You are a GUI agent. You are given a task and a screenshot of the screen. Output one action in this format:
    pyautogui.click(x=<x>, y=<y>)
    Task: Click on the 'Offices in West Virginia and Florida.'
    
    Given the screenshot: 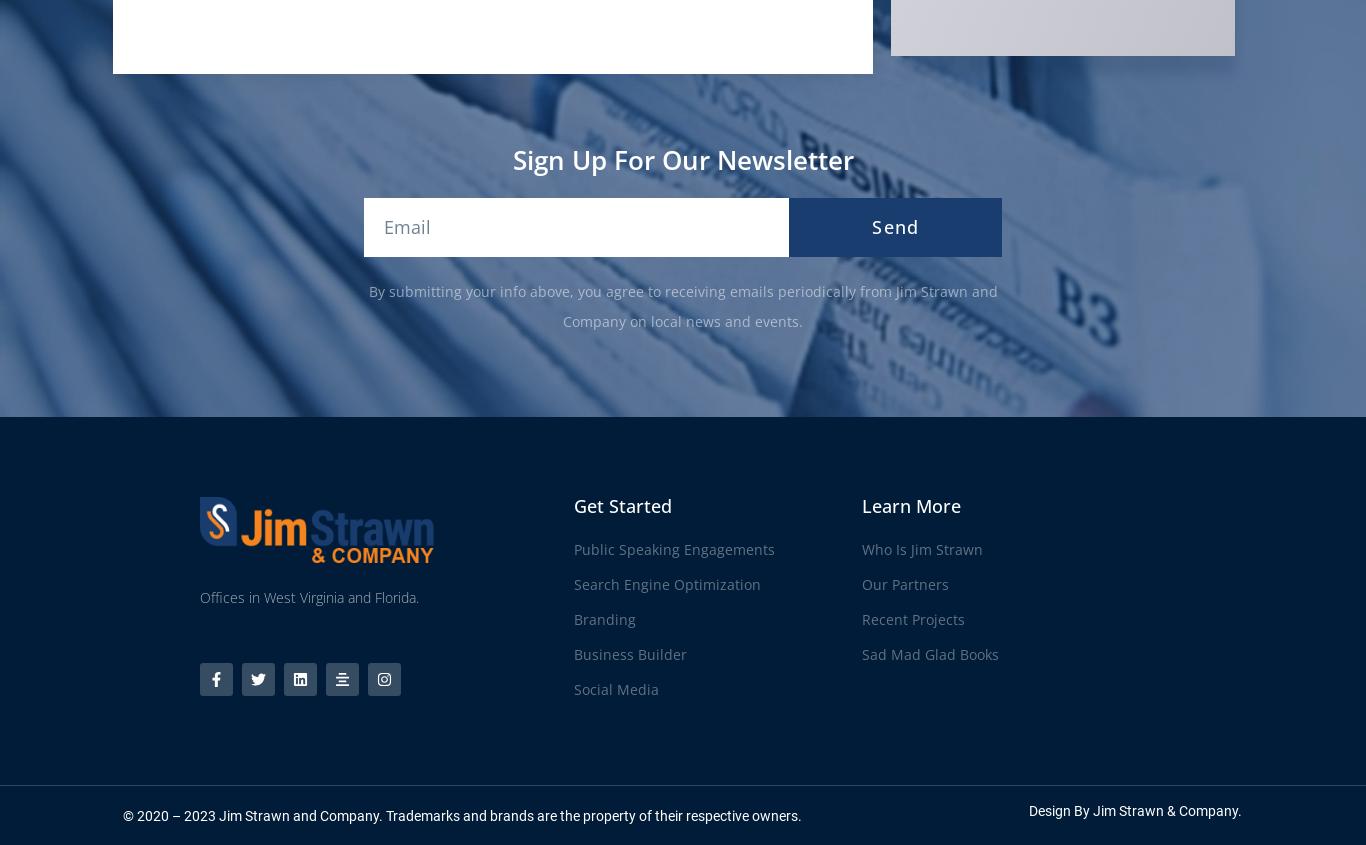 What is the action you would take?
    pyautogui.click(x=308, y=596)
    